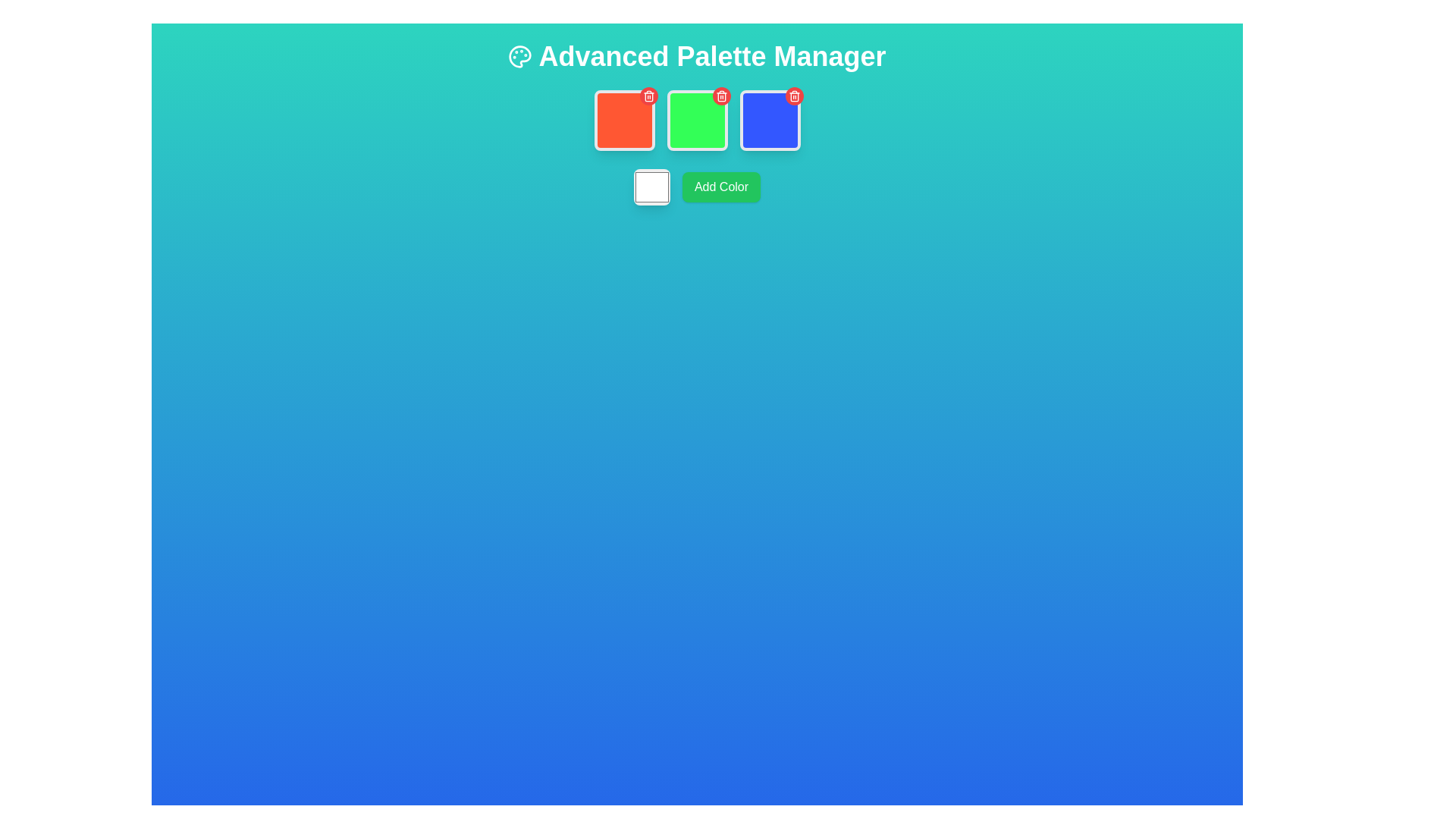 The height and width of the screenshot is (819, 1456). I want to click on the trash bin icon located within a red button, so click(793, 97).